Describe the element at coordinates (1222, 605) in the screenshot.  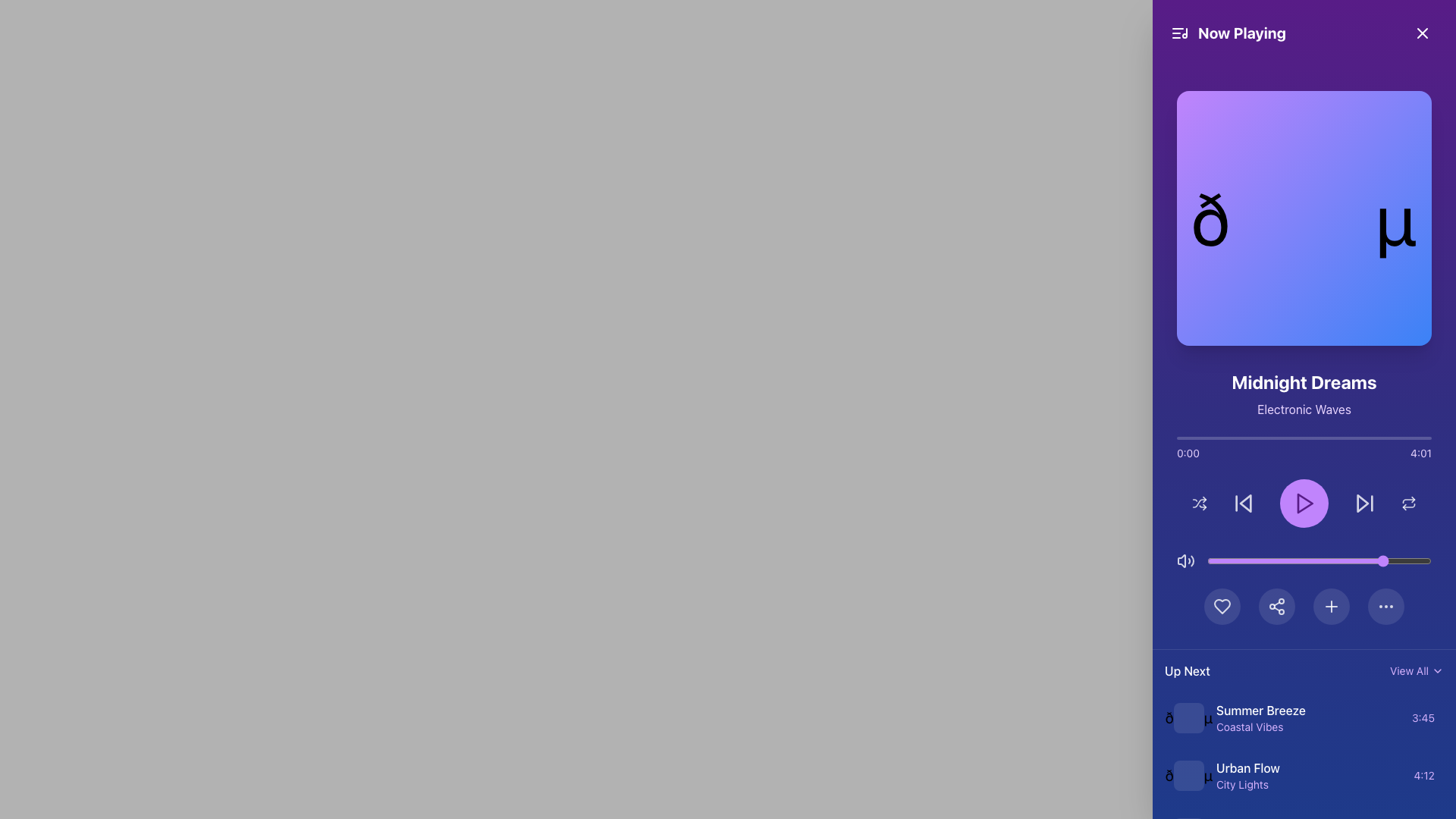
I see `the circular 'like' button located in the control section of the music interface to favorite the currently playing track` at that location.